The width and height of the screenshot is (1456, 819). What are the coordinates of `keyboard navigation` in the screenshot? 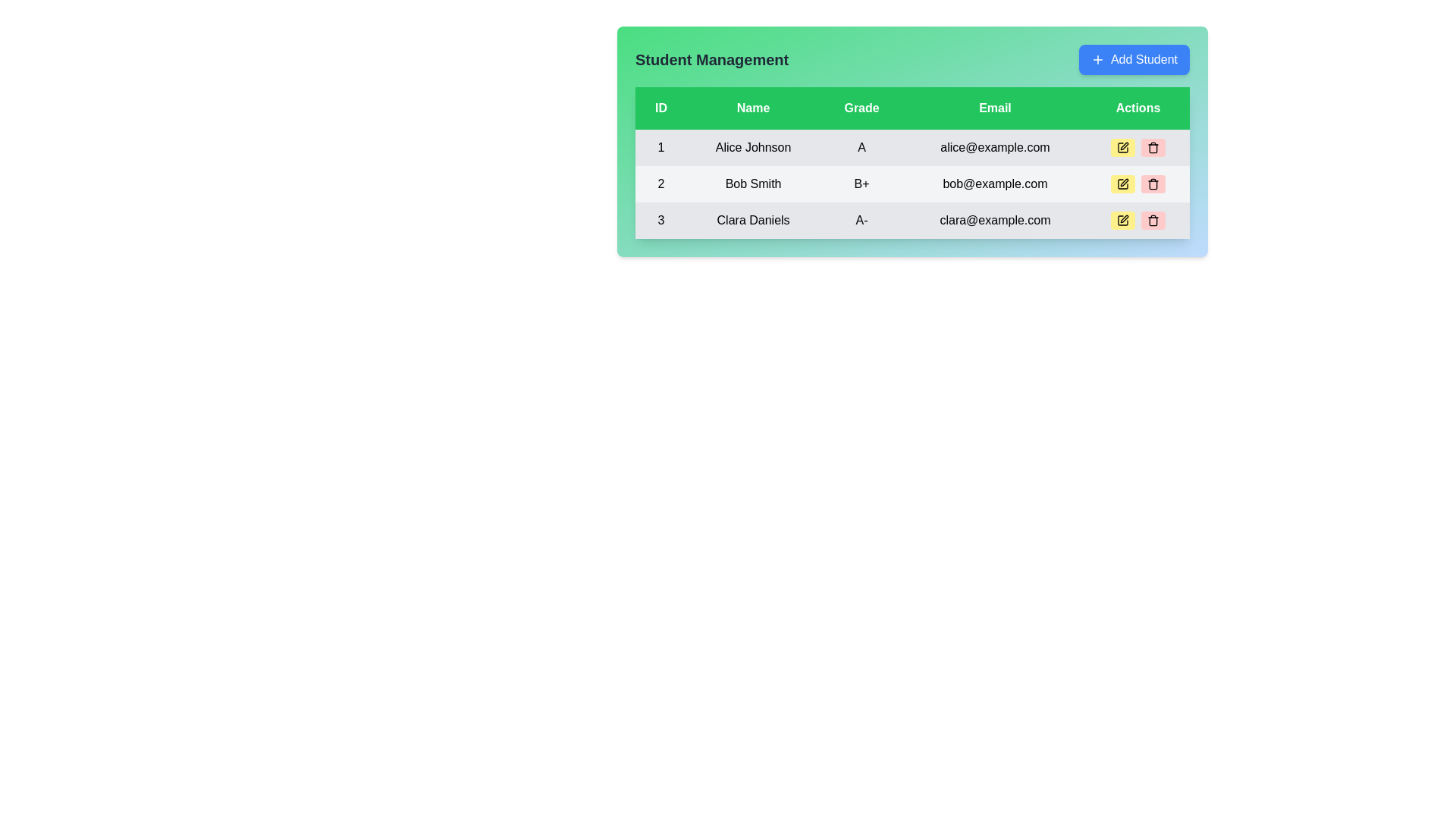 It's located at (1134, 58).